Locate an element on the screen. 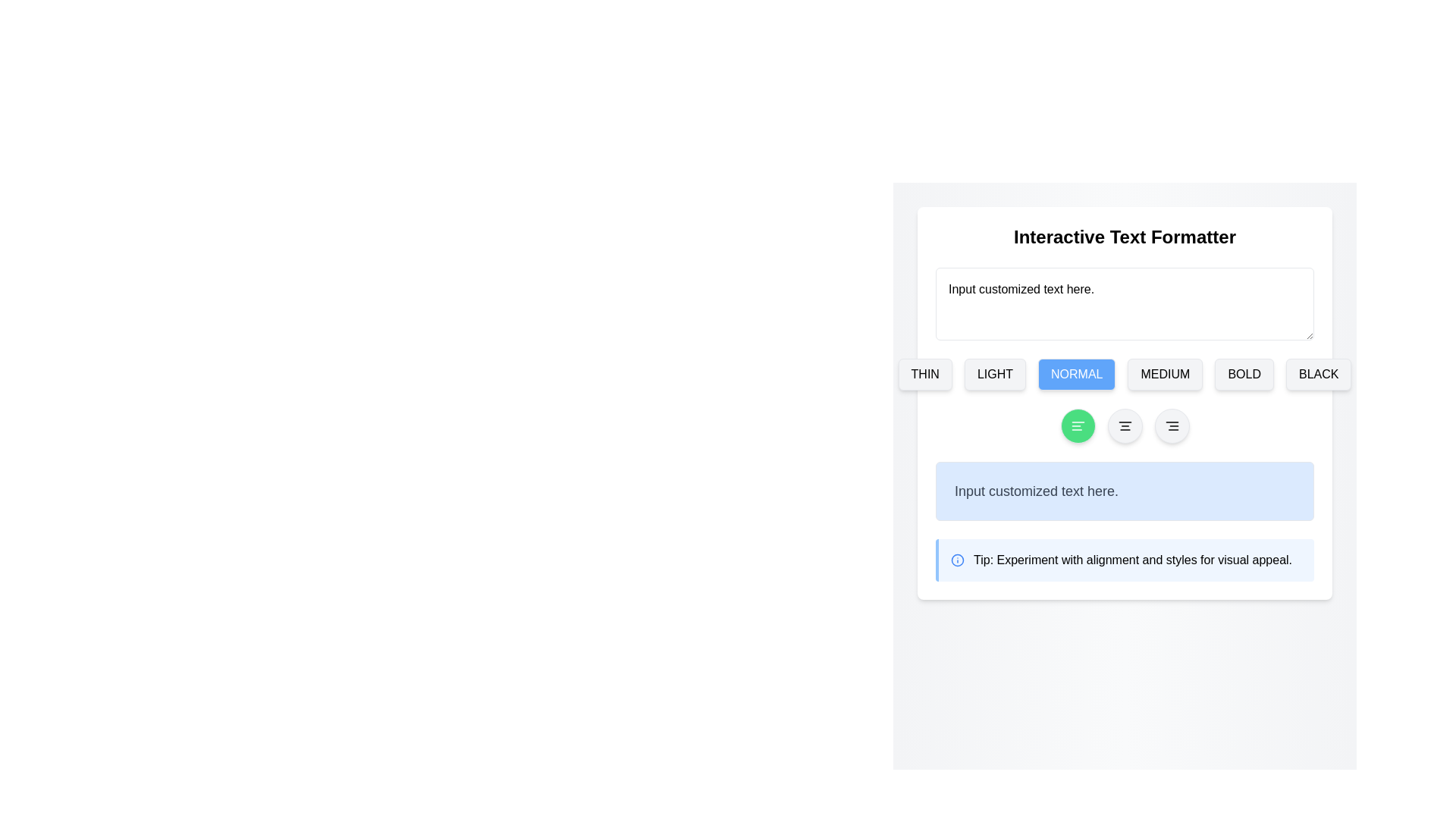 This screenshot has height=819, width=1456. the alignment icon representing right text alignment, which is the third icon in a horizontal group of alignment options, to align text to the right is located at coordinates (1171, 426).